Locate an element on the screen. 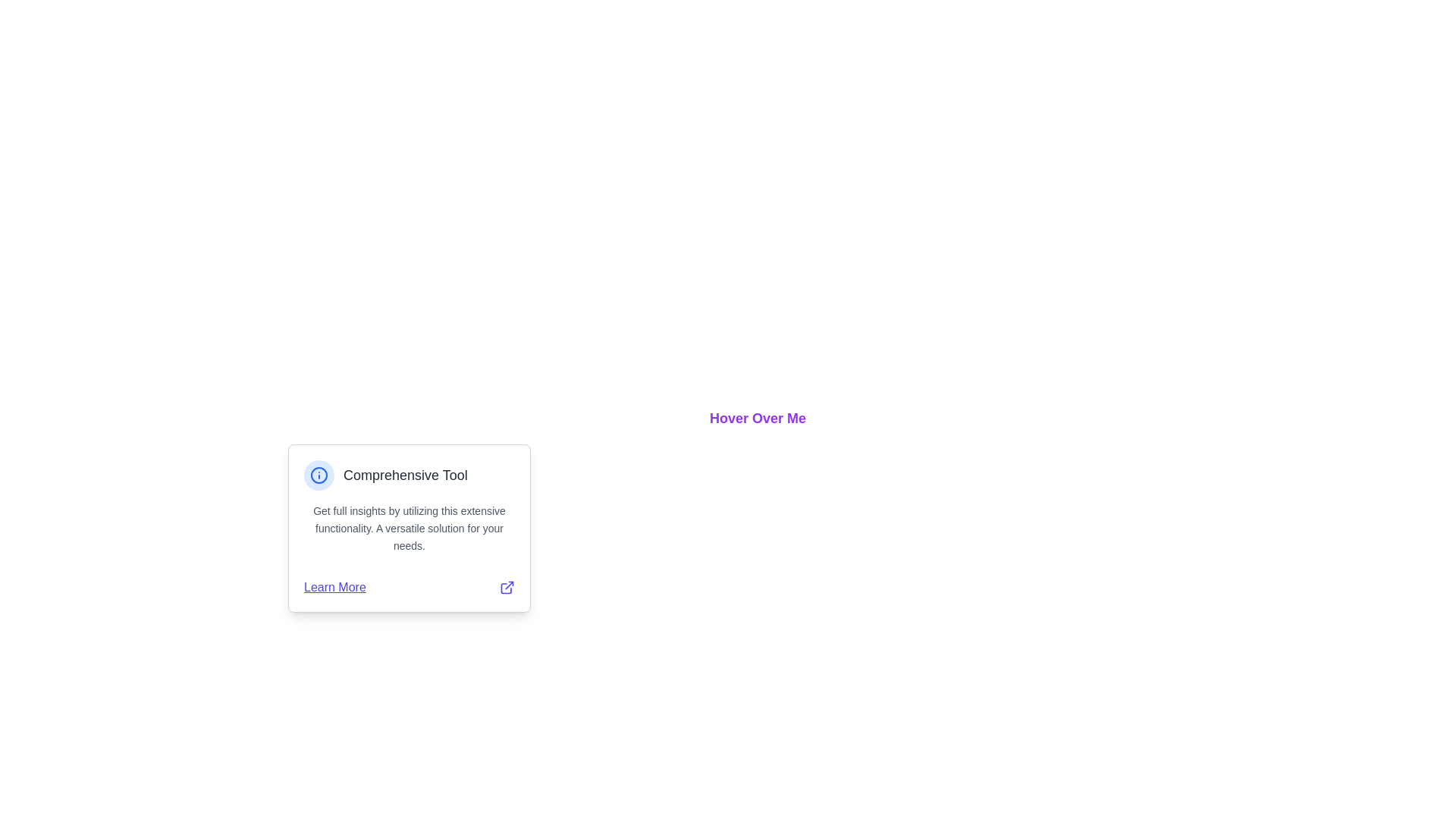 Image resolution: width=1456 pixels, height=819 pixels. the hyperlink styled text 'Hover Over Me' located in the middle-right of the interface is located at coordinates (758, 418).